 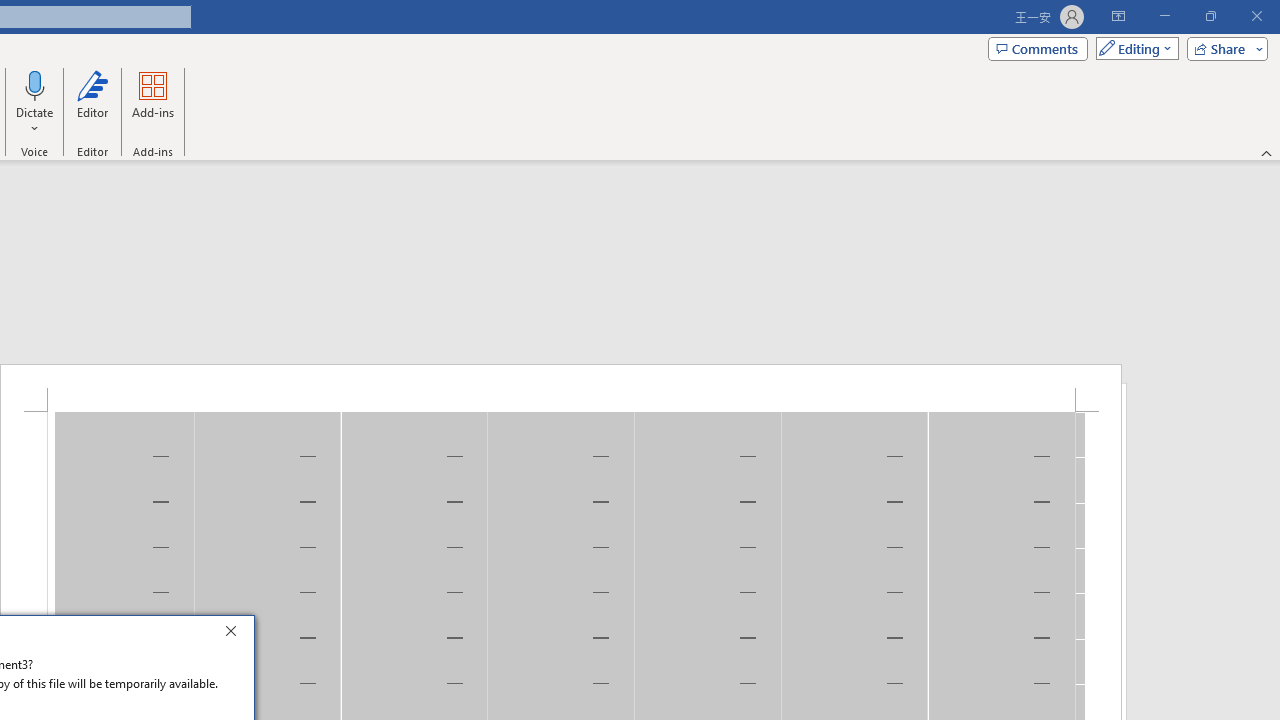 What do you see at coordinates (35, 103) in the screenshot?
I see `'Dictate'` at bounding box center [35, 103].